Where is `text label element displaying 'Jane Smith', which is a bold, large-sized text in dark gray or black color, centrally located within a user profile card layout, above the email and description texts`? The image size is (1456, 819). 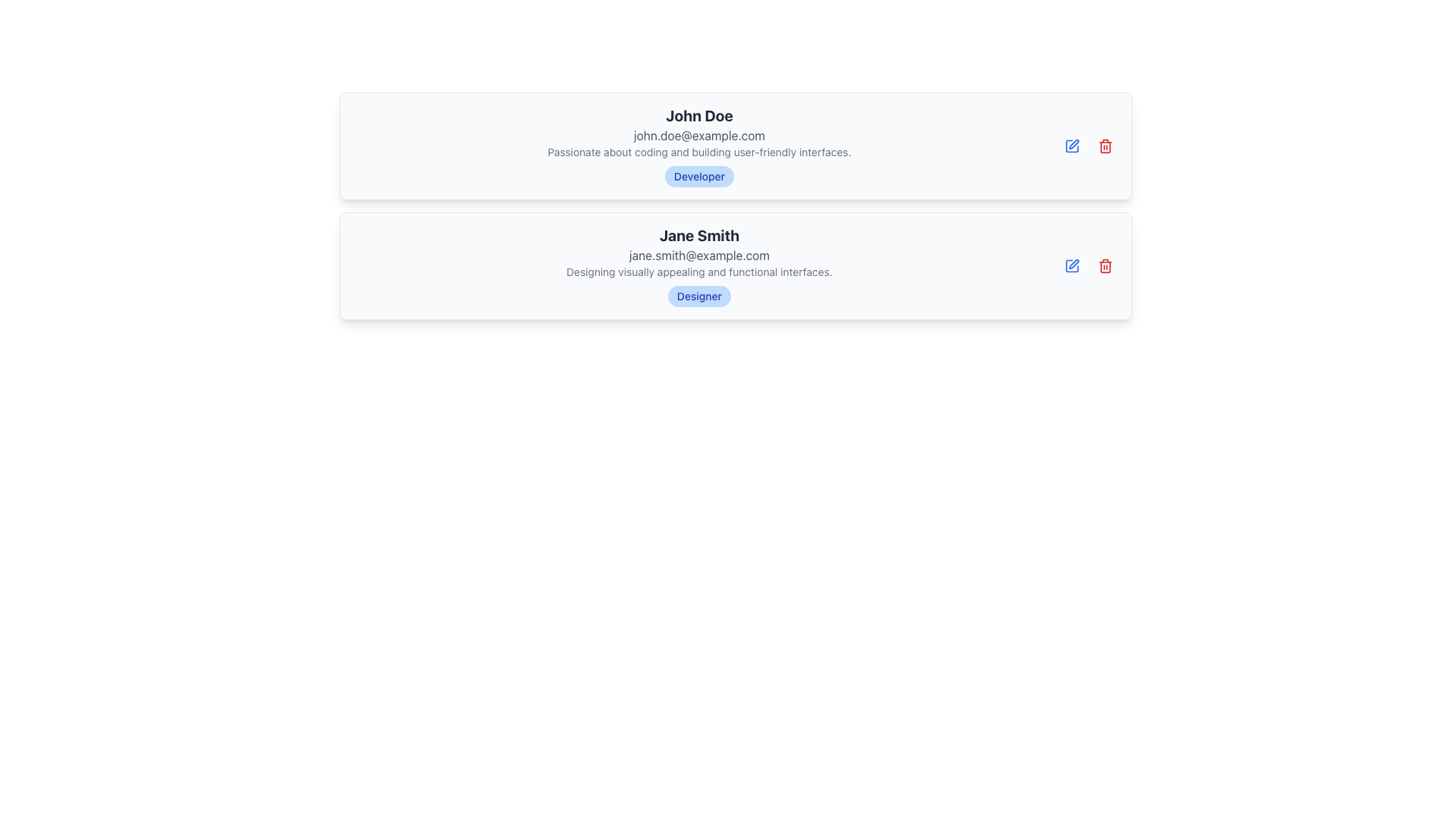
text label element displaying 'Jane Smith', which is a bold, large-sized text in dark gray or black color, centrally located within a user profile card layout, above the email and description texts is located at coordinates (698, 236).